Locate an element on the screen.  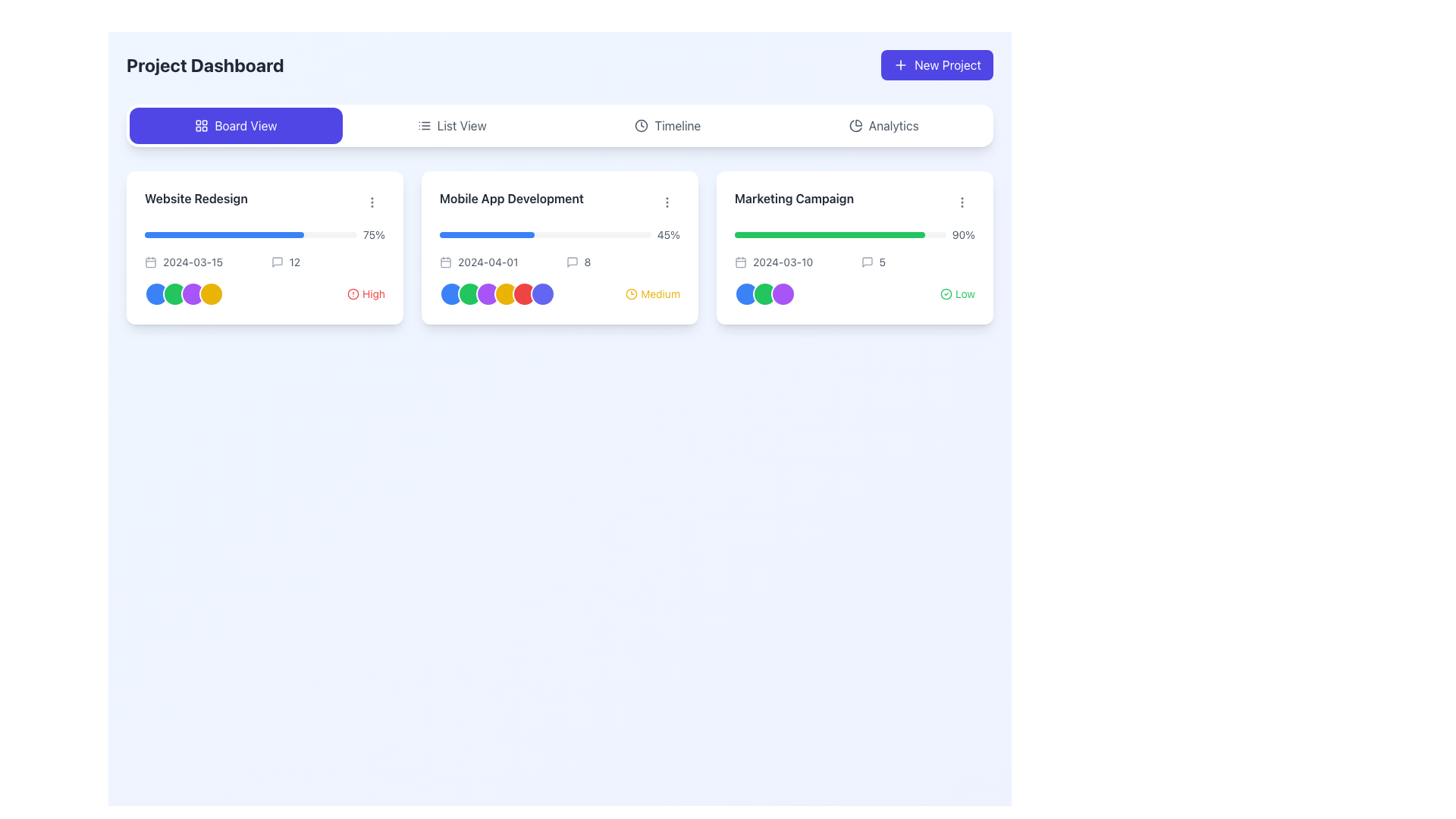
the progress bar indicating completion with a percentage label '45%' next to it, located within the 'Mobile App Development' card is located at coordinates (559, 234).